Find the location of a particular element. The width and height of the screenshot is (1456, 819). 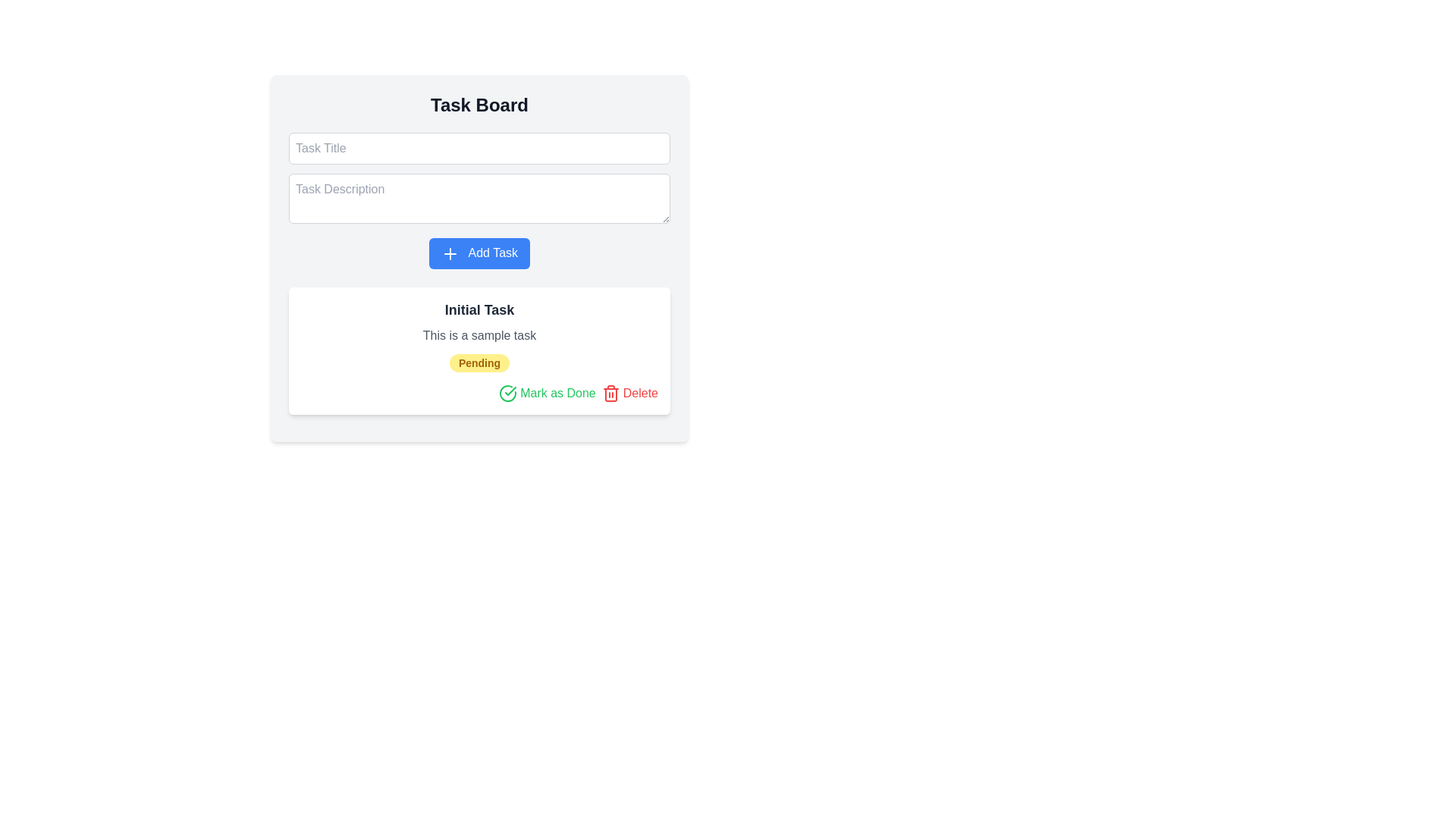

the 'Mark as Done' button, which is a green button with a checkmark icon and the text 'Mark as Done', located in the bottom-right section of the 'Initial Task' area is located at coordinates (546, 392).